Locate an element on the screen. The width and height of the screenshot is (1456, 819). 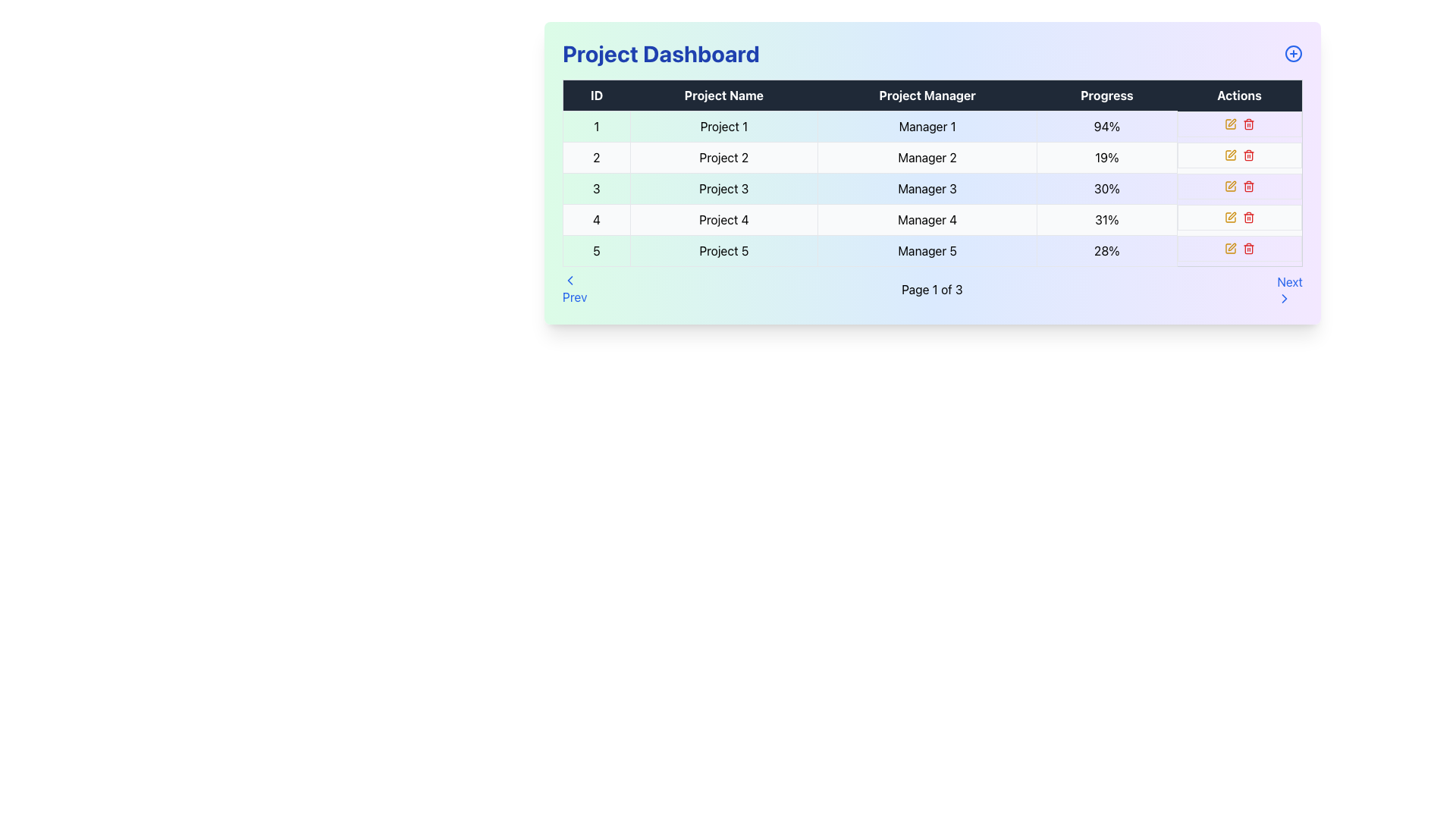
the edit icon in the 'Actions' column of the row for 'Project 3' is located at coordinates (1230, 185).